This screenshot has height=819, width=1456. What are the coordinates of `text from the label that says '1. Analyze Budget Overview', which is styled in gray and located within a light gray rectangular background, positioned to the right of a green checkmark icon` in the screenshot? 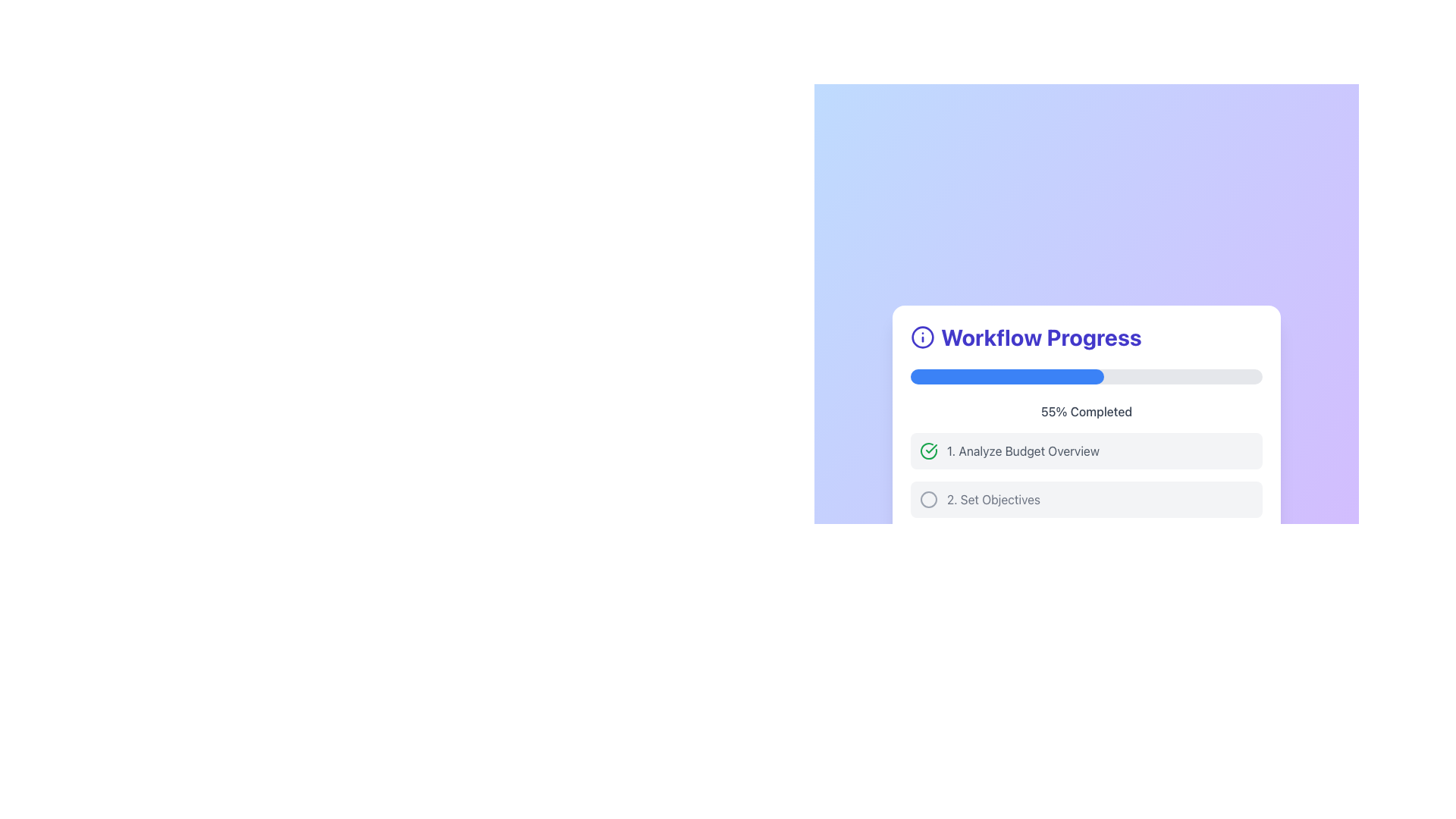 It's located at (1023, 450).